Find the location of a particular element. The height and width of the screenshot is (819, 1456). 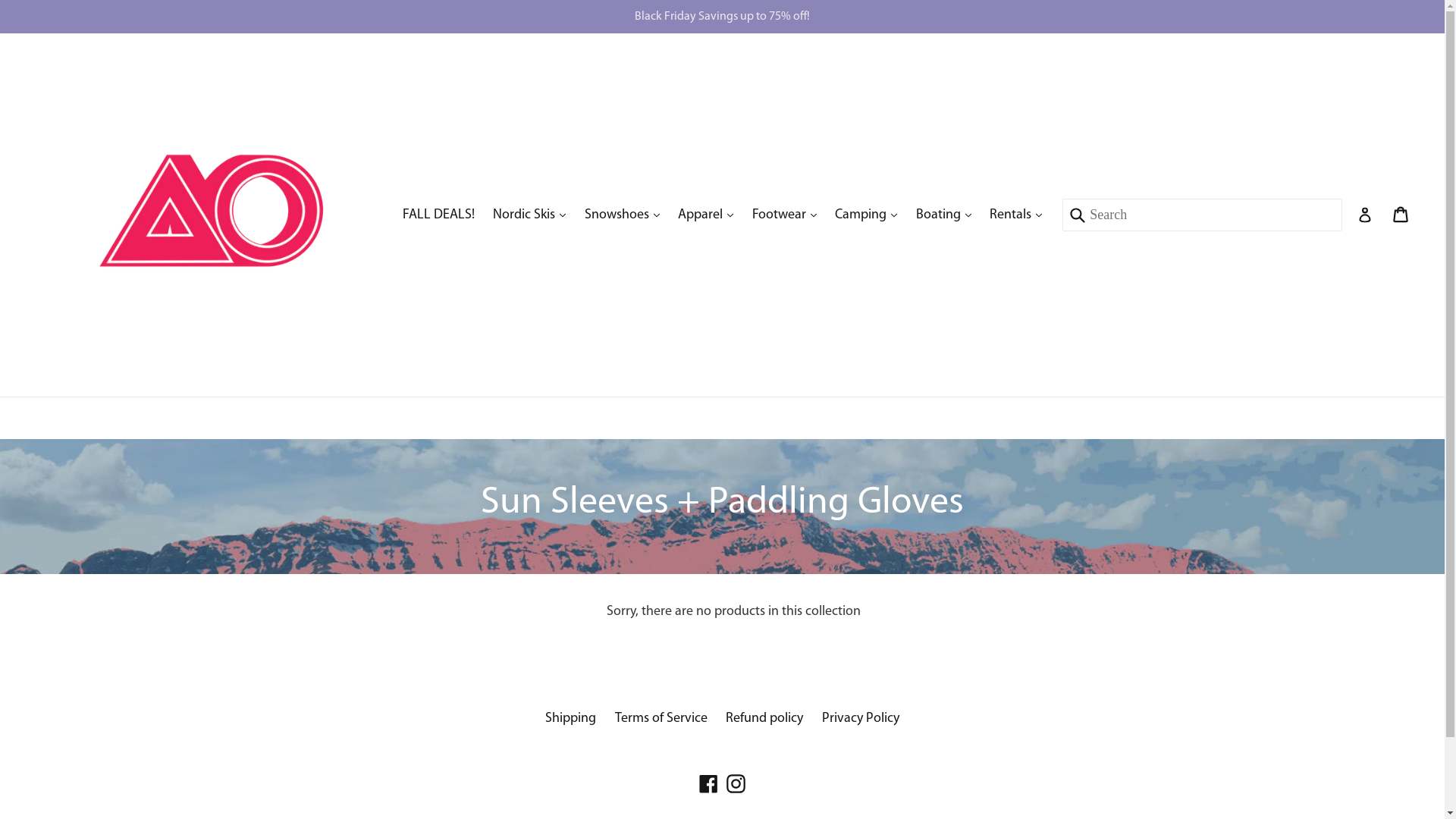

'Cart is located at coordinates (1401, 214).